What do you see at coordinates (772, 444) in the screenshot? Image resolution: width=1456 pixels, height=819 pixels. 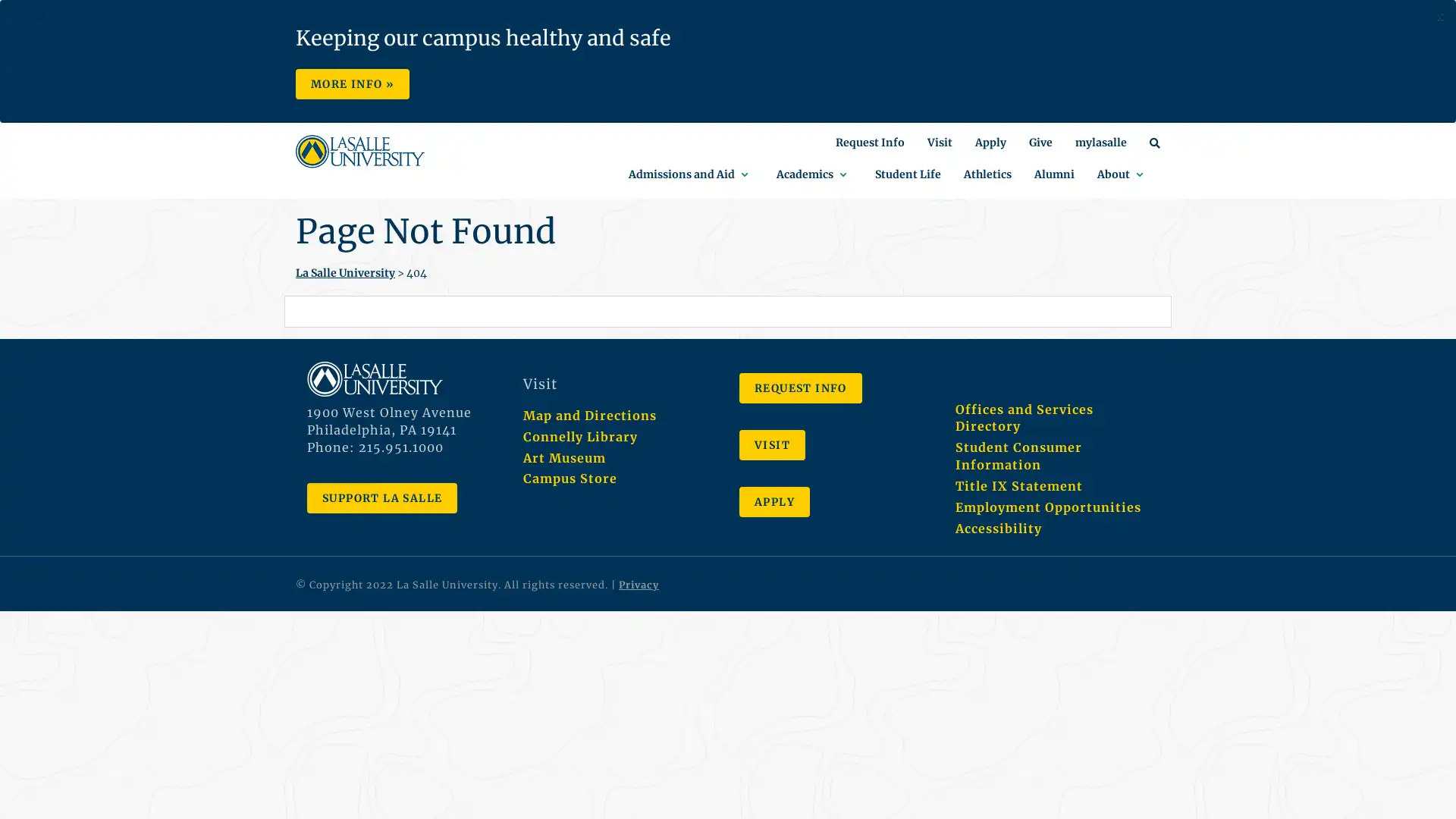 I see `VISIT` at bounding box center [772, 444].